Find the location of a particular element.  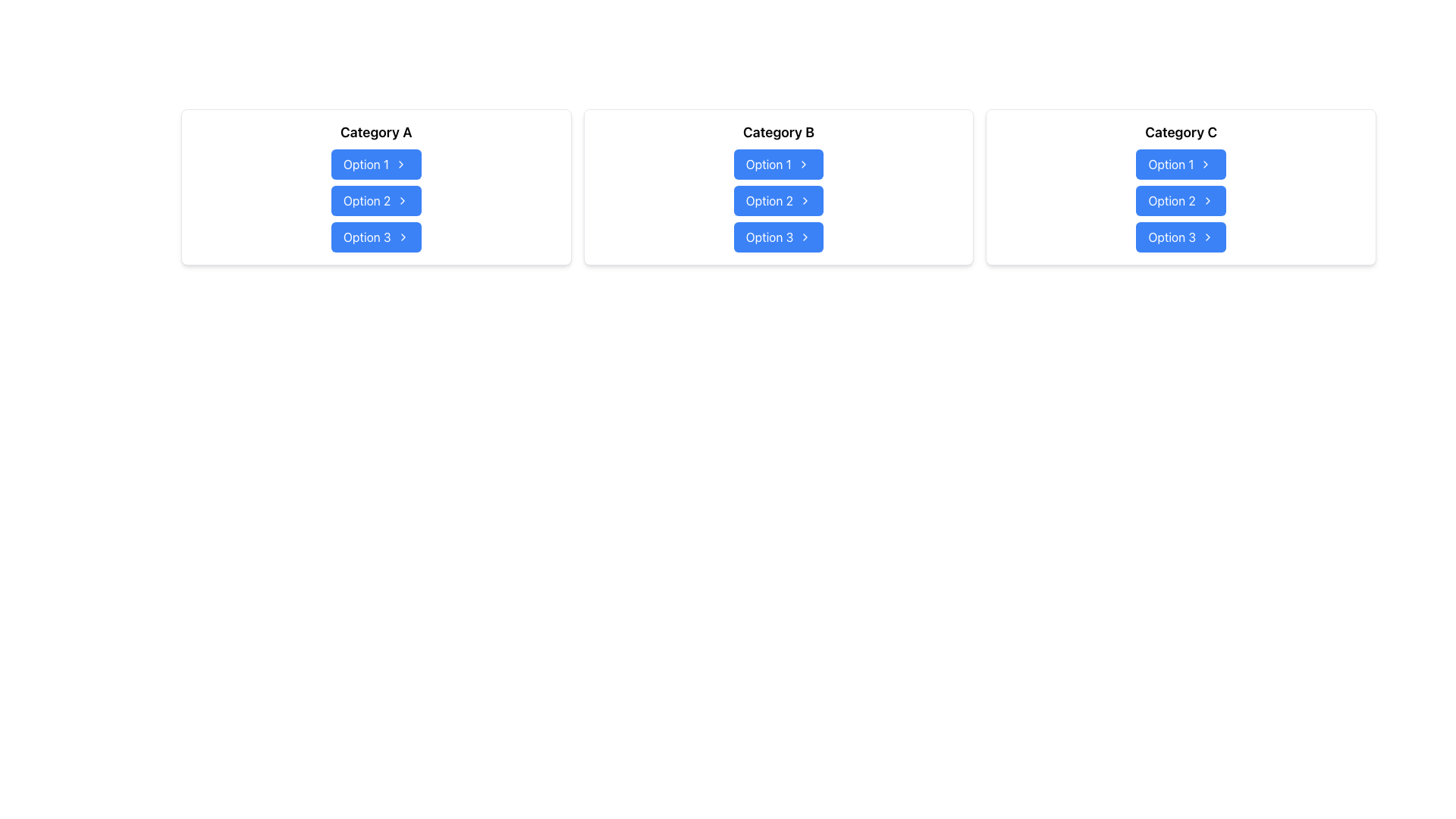

the buttons in the vertical button group located under the 'Category A' heading to make a selection is located at coordinates (375, 200).